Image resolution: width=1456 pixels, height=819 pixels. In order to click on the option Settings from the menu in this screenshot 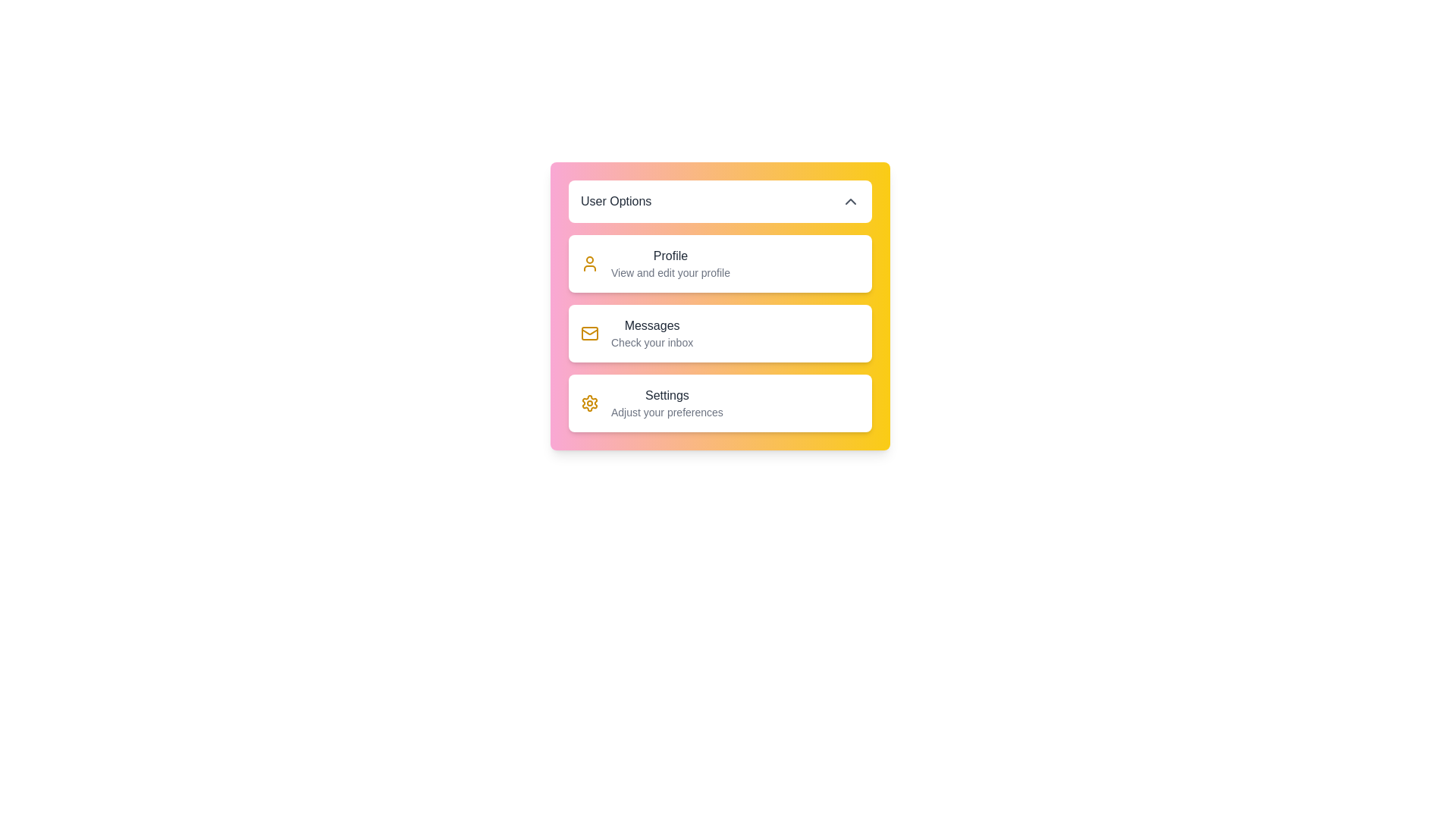, I will do `click(651, 403)`.